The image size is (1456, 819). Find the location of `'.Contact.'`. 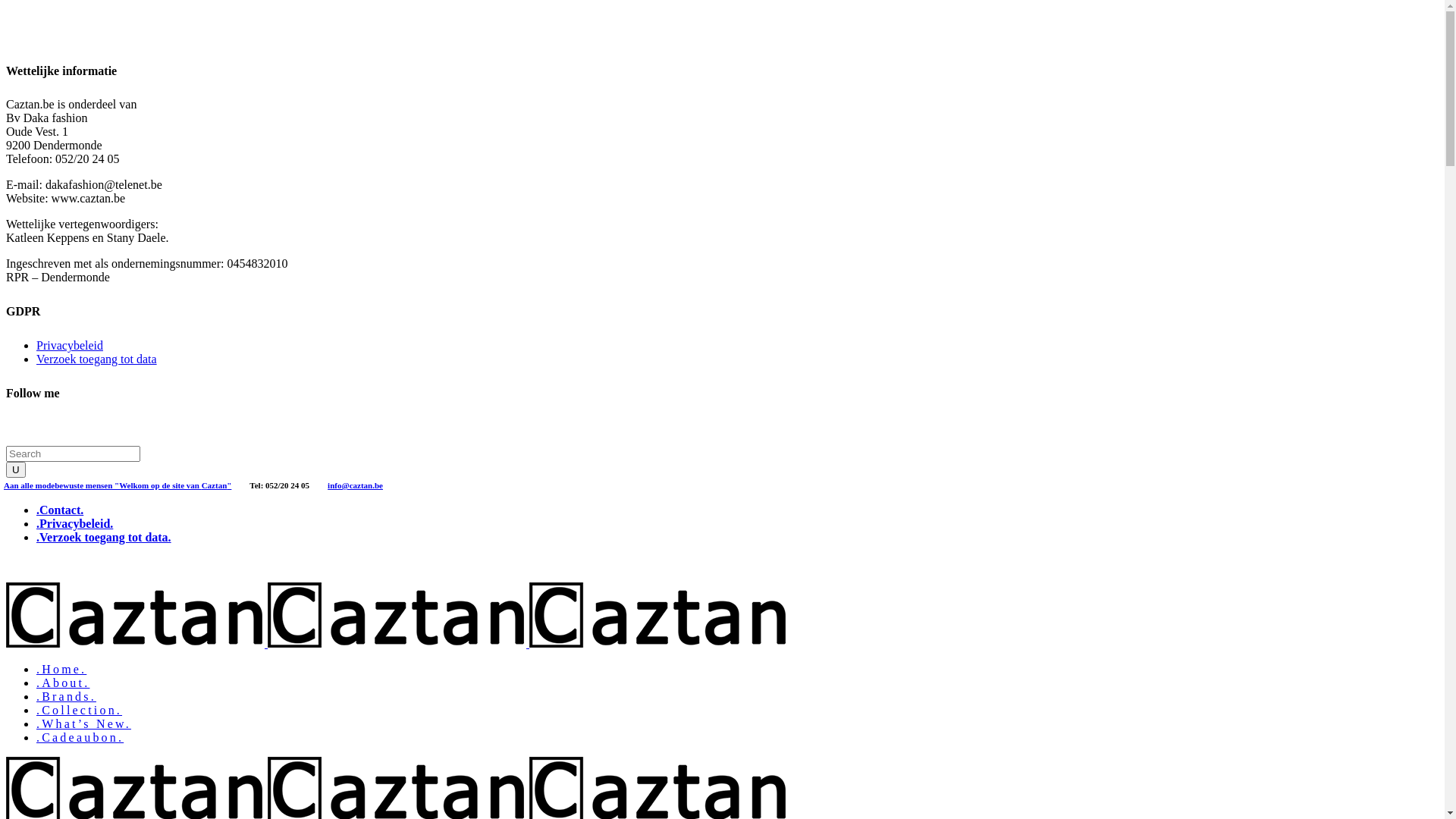

'.Contact.' is located at coordinates (59, 510).